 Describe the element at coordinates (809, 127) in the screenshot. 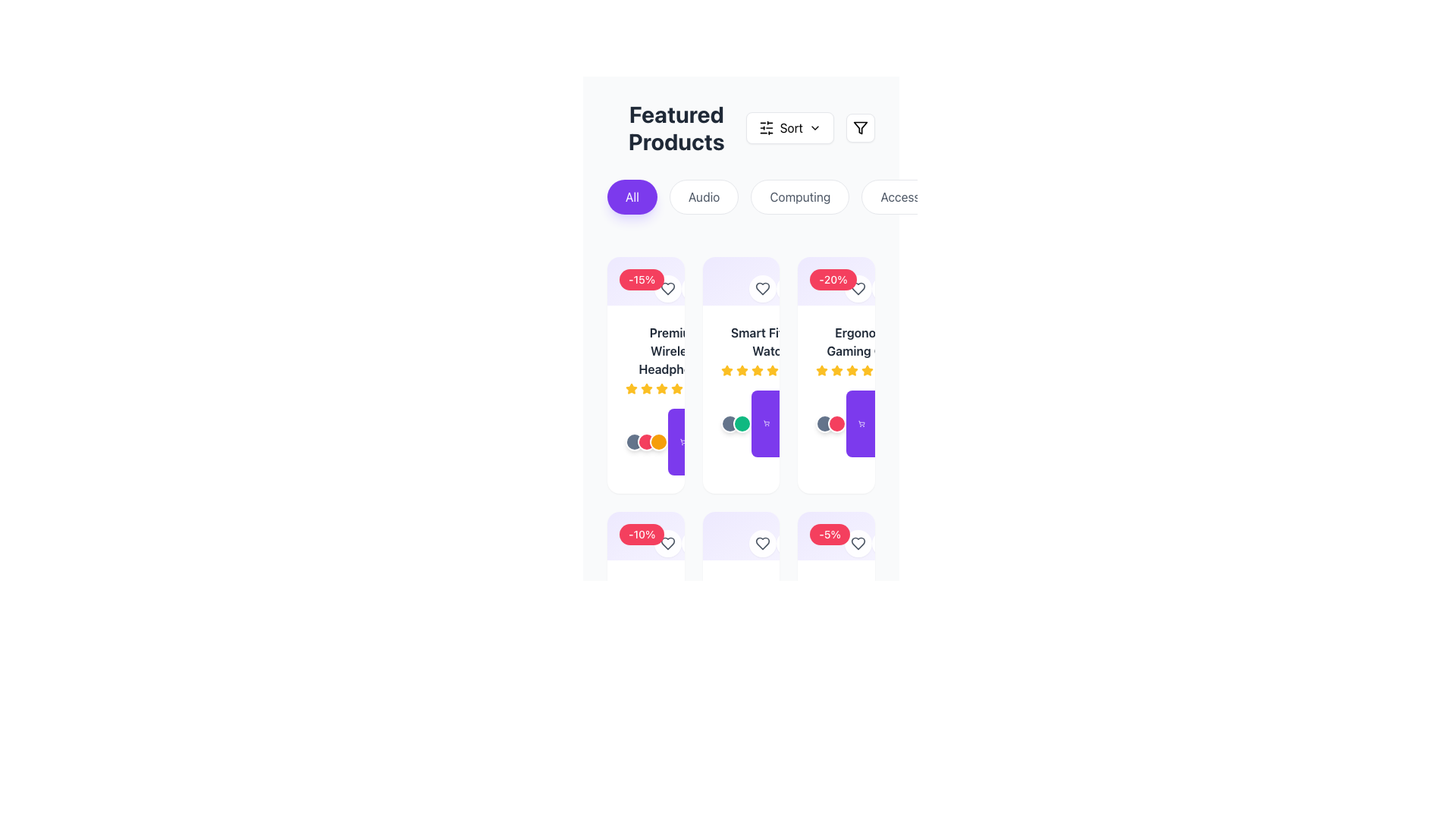

I see `the 'Sort' button, which is a composite UI component consisting of a label and two icons (horizontal sliders and a downward-pointing chevron), positioned to the right of the 'Featured Products' label` at that location.